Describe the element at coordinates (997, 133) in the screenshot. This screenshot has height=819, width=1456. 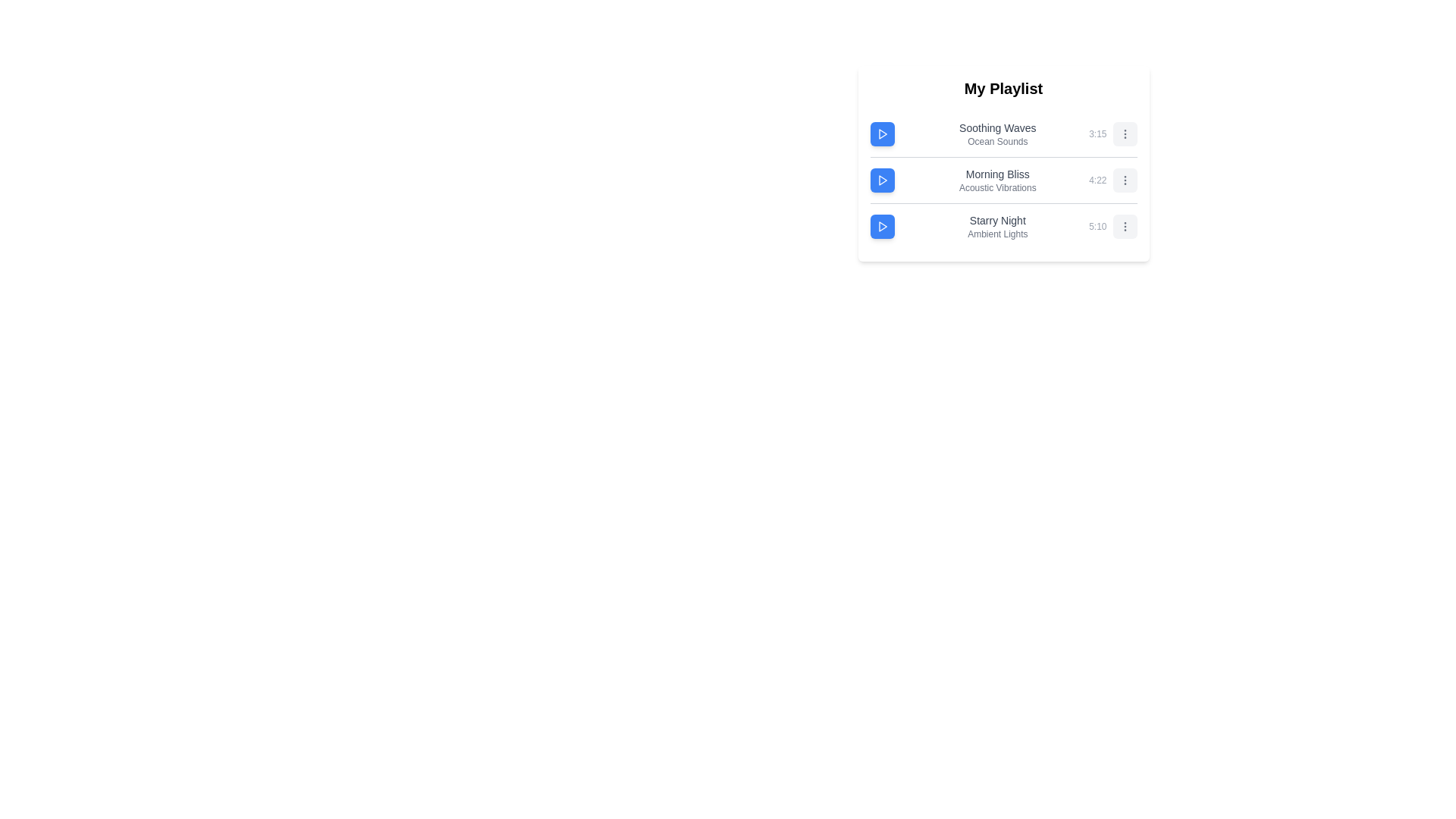
I see `text content of the Text Label displaying 'Soothing Waves' and 'Ocean Sounds', which is centrally aligned and located in the second row of the playlist interface` at that location.